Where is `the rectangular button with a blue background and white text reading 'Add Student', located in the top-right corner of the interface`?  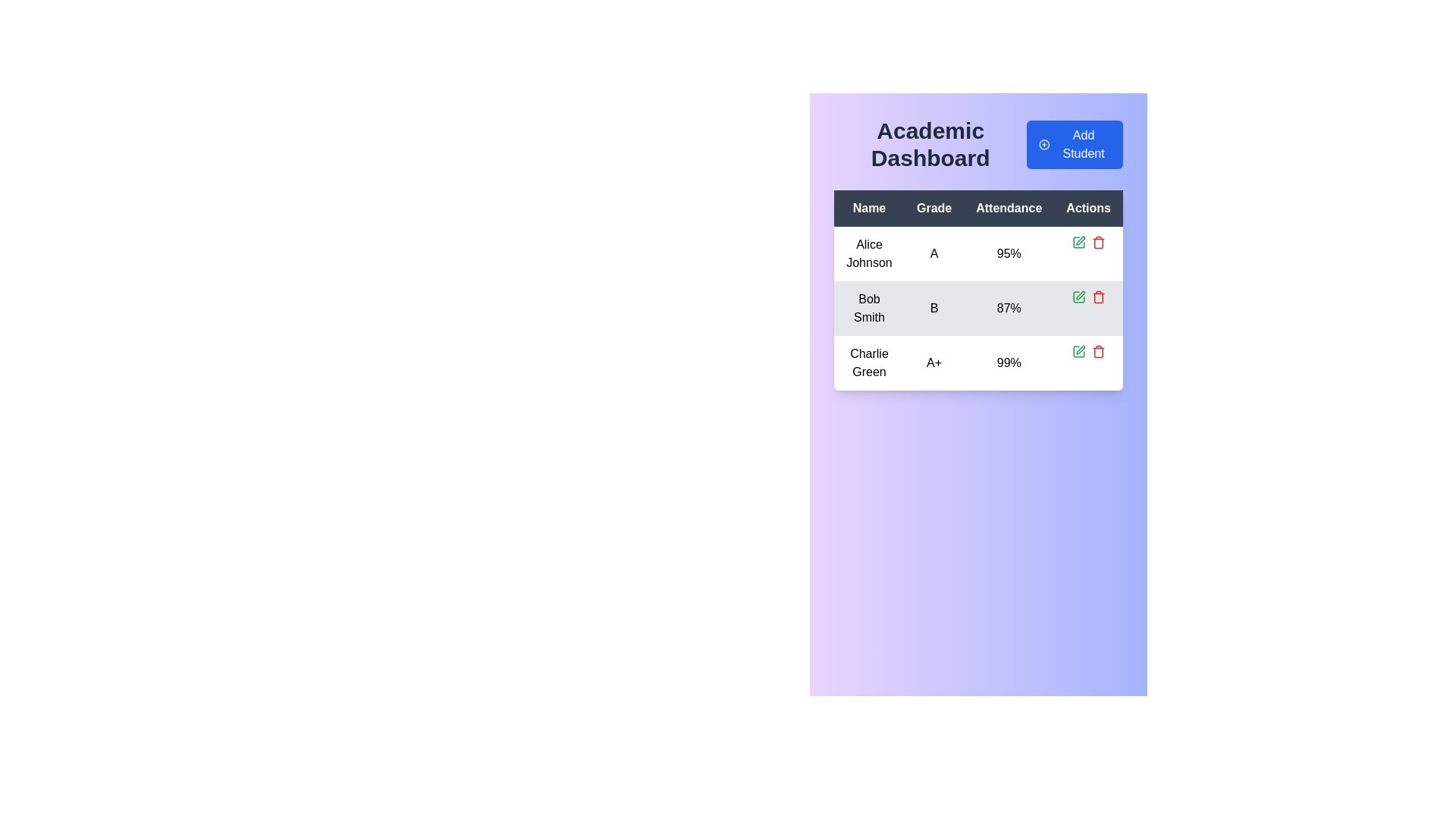 the rectangular button with a blue background and white text reading 'Add Student', located in the top-right corner of the interface is located at coordinates (1074, 145).